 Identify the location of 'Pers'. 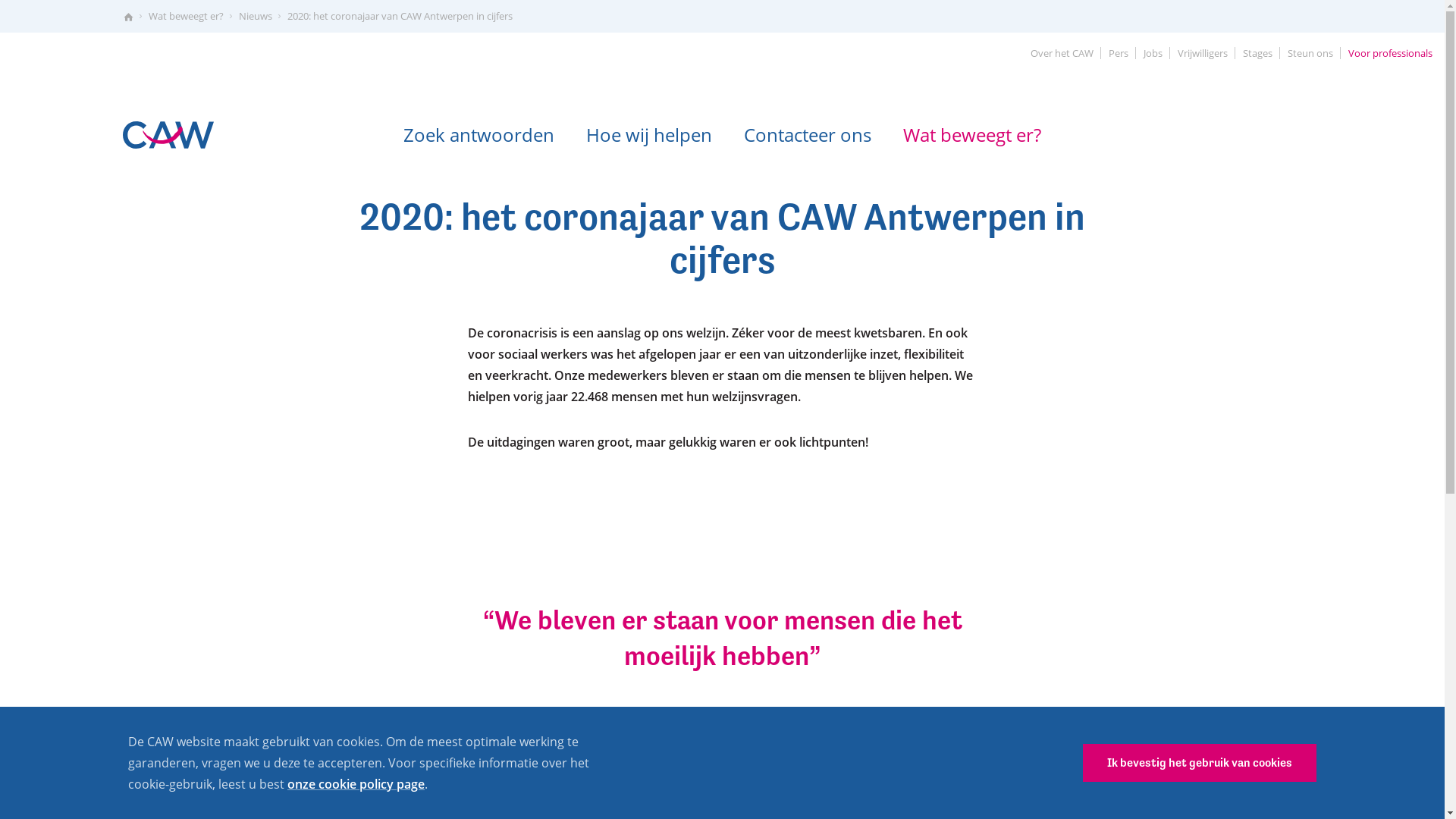
(1100, 52).